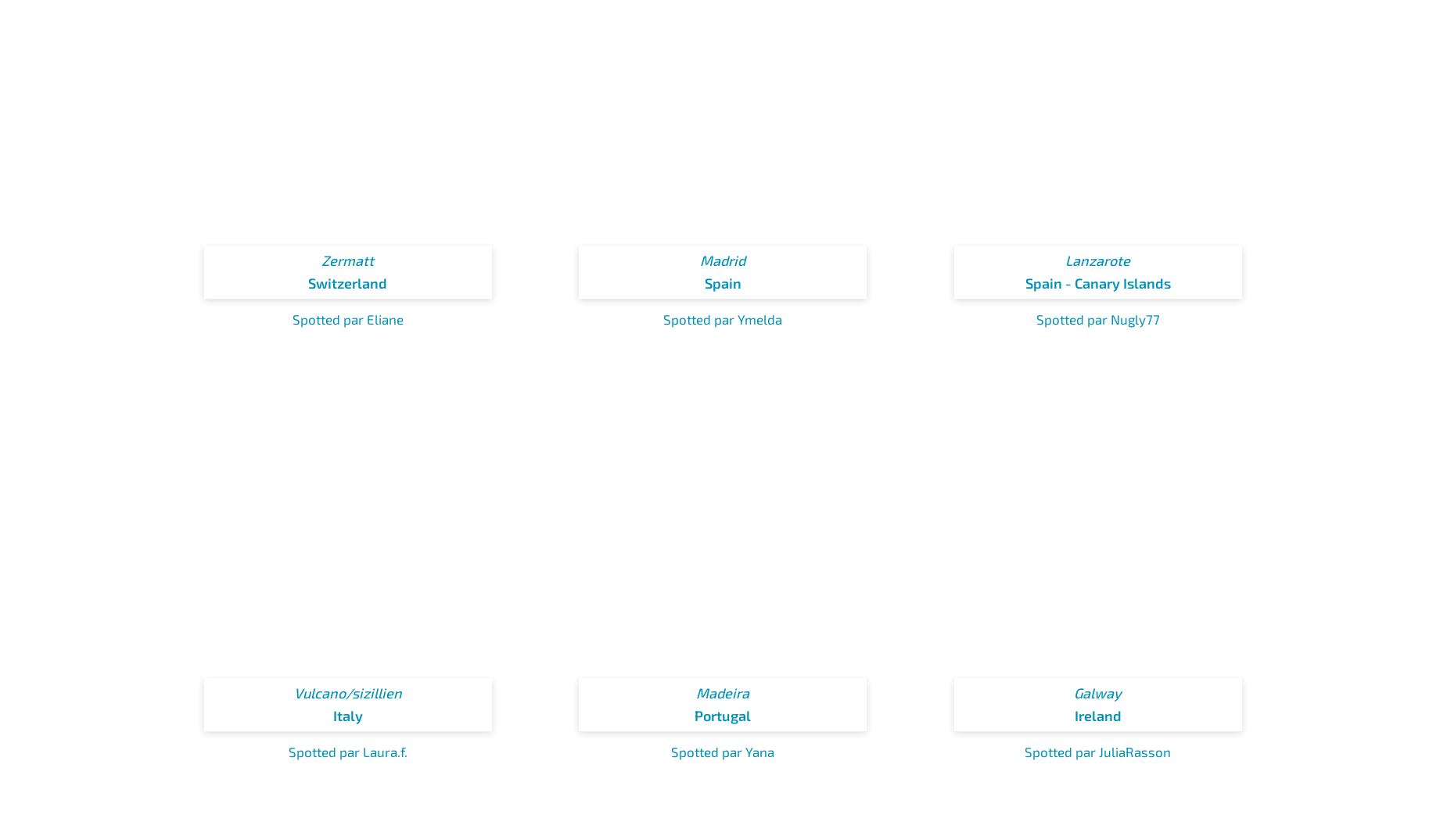 The width and height of the screenshot is (1447, 840). I want to click on 'Ireland', so click(1073, 713).